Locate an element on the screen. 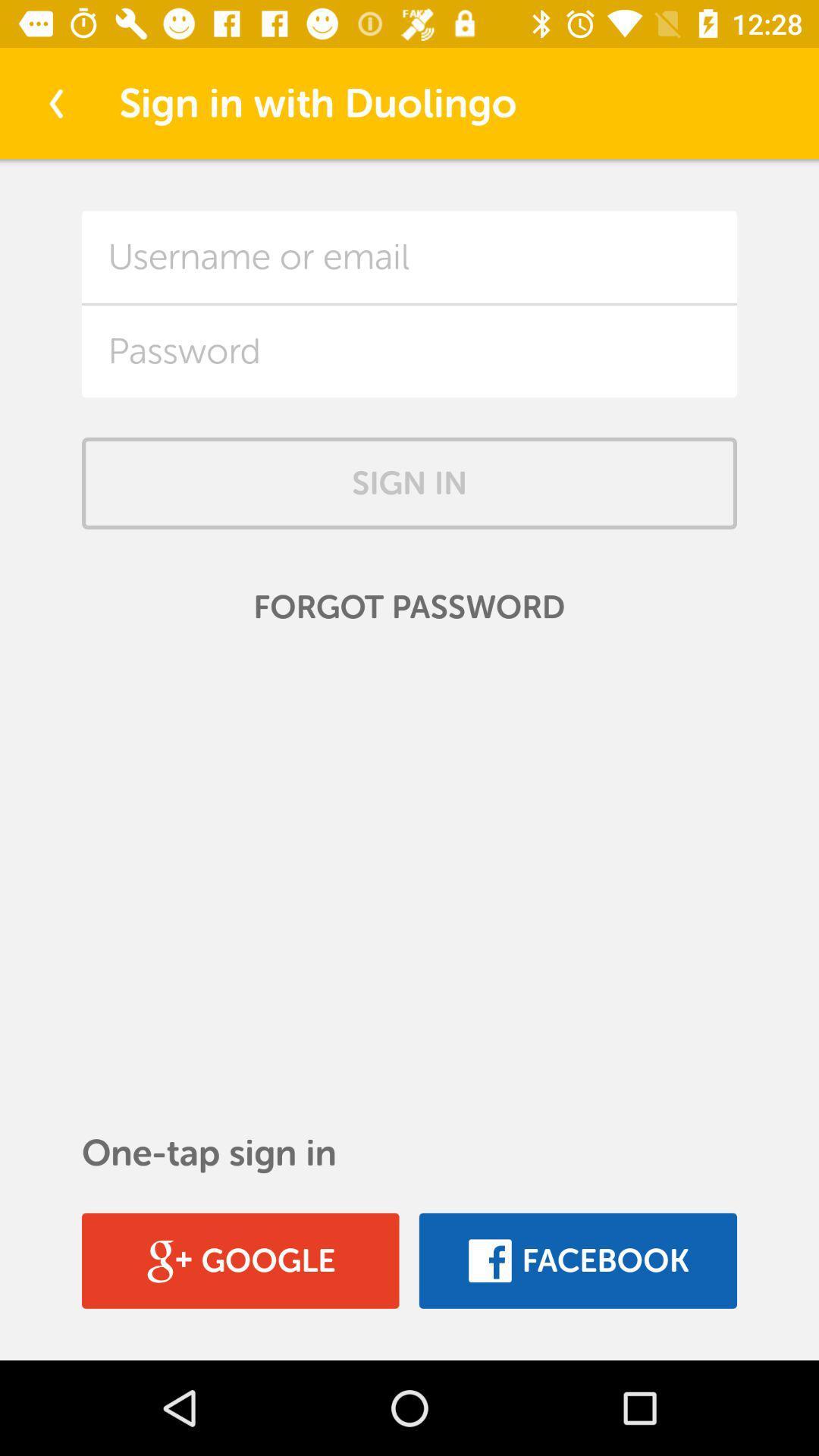 The width and height of the screenshot is (819, 1456). the app next to sign in with app is located at coordinates (55, 102).